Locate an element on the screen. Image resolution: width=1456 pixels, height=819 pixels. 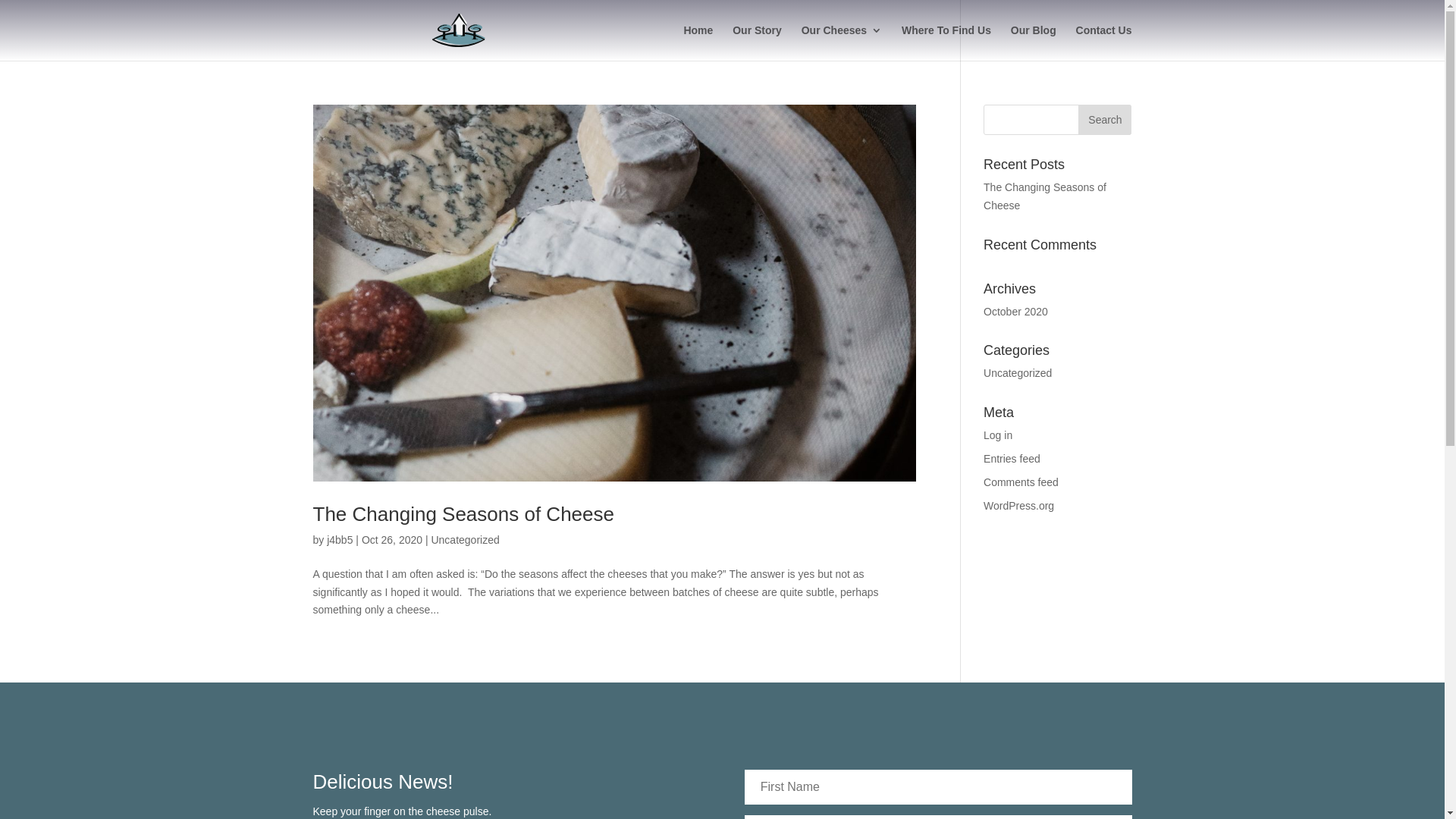
'WordPress.org' is located at coordinates (1018, 506).